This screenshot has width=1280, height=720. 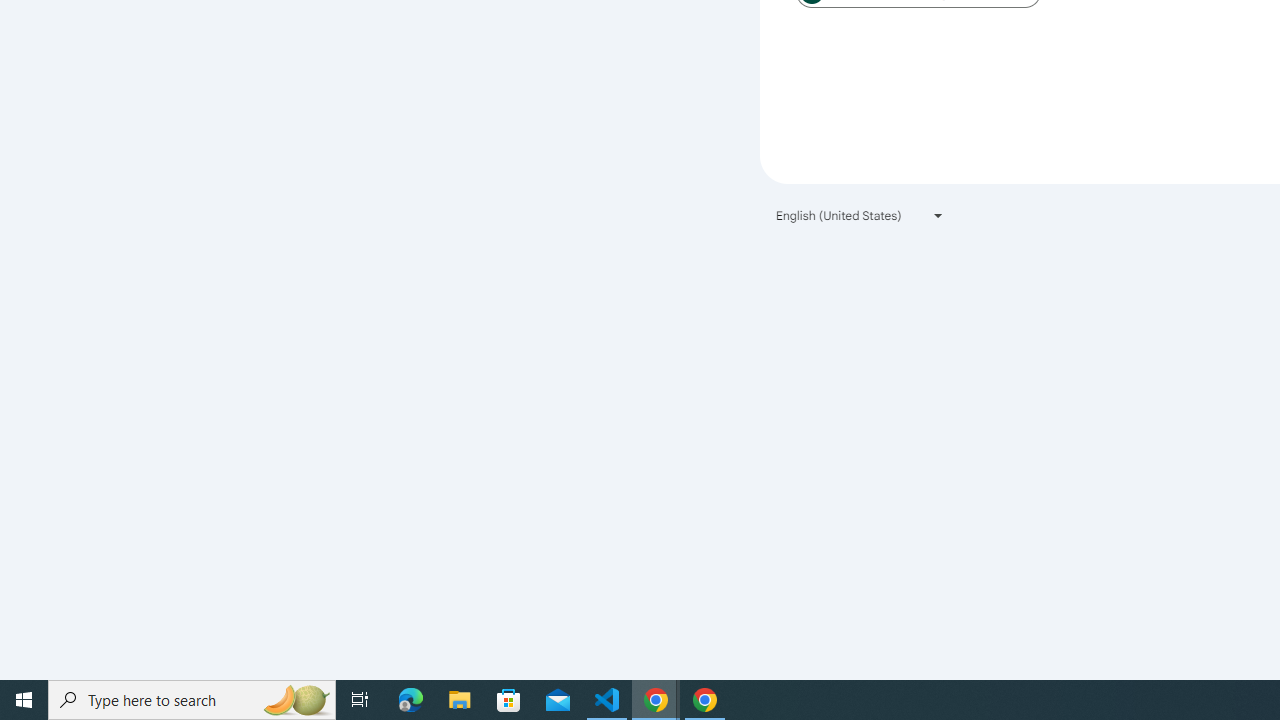 I want to click on 'English (United States)', so click(x=860, y=215).